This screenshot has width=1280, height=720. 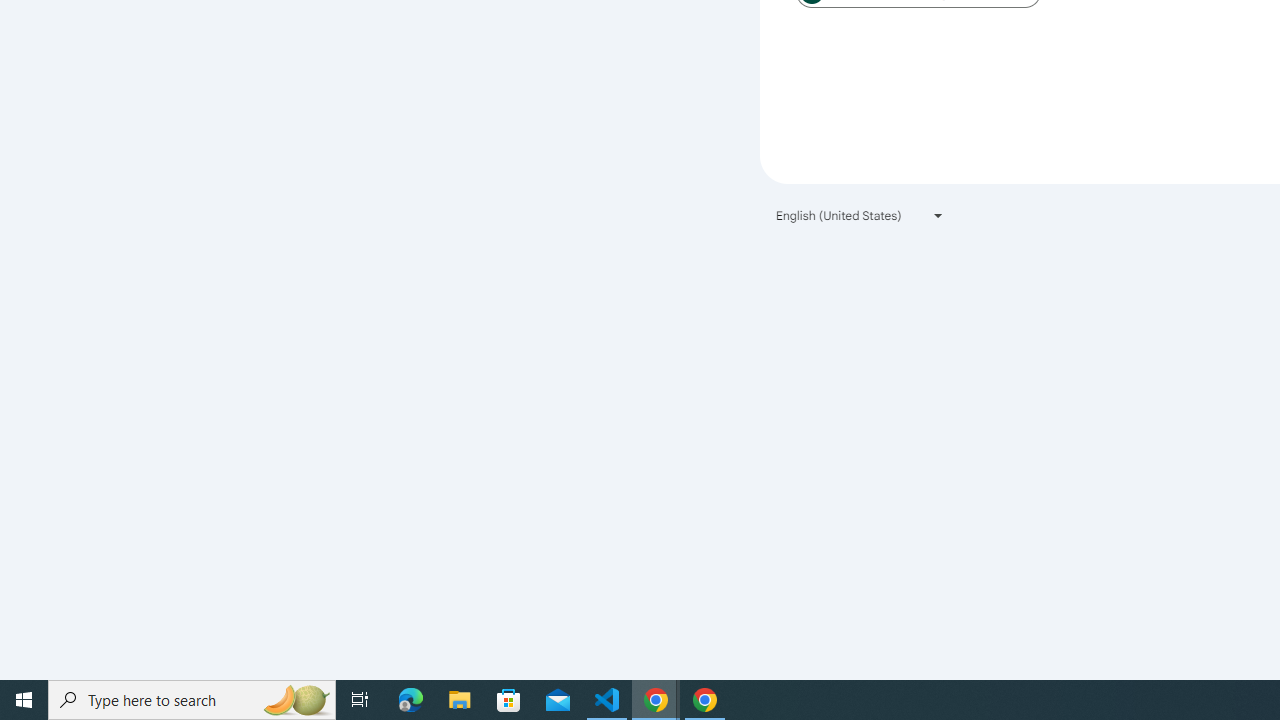 I want to click on 'English (United States)', so click(x=860, y=215).